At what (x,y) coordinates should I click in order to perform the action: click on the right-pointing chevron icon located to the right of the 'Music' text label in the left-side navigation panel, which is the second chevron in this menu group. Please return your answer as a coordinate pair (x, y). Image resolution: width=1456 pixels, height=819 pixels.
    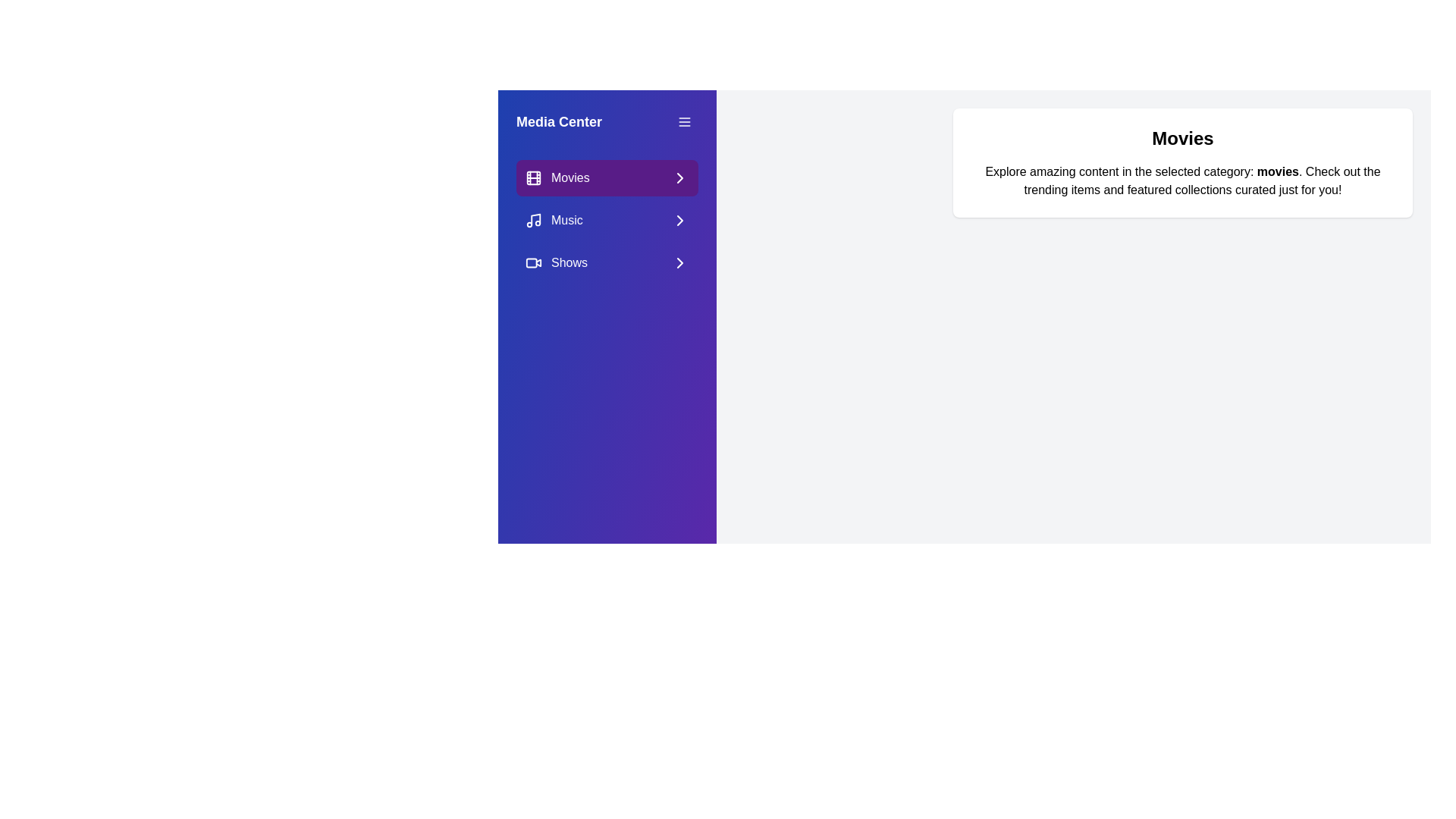
    Looking at the image, I should click on (679, 220).